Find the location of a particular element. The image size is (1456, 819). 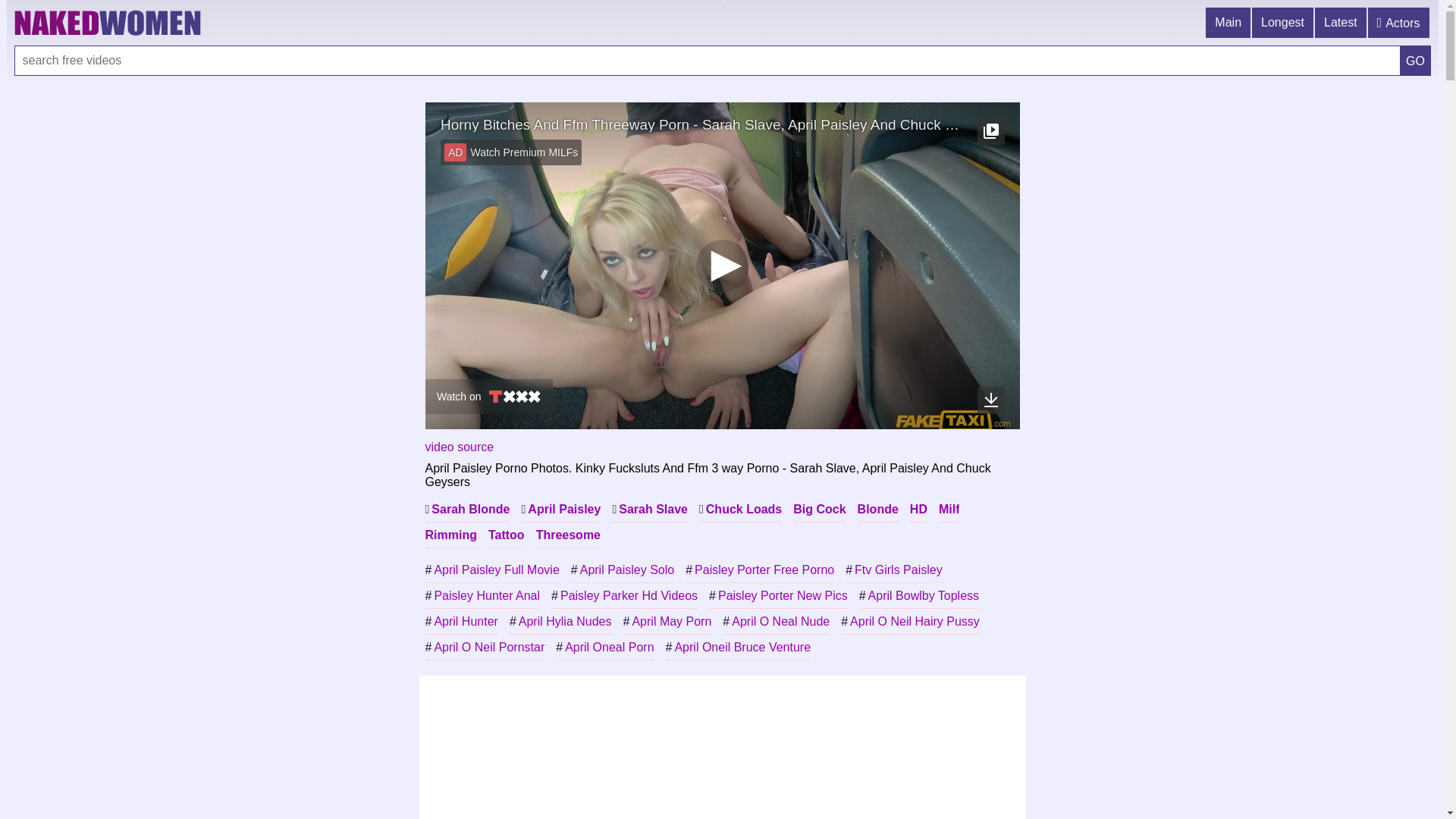

'Tattoo' is located at coordinates (506, 534).